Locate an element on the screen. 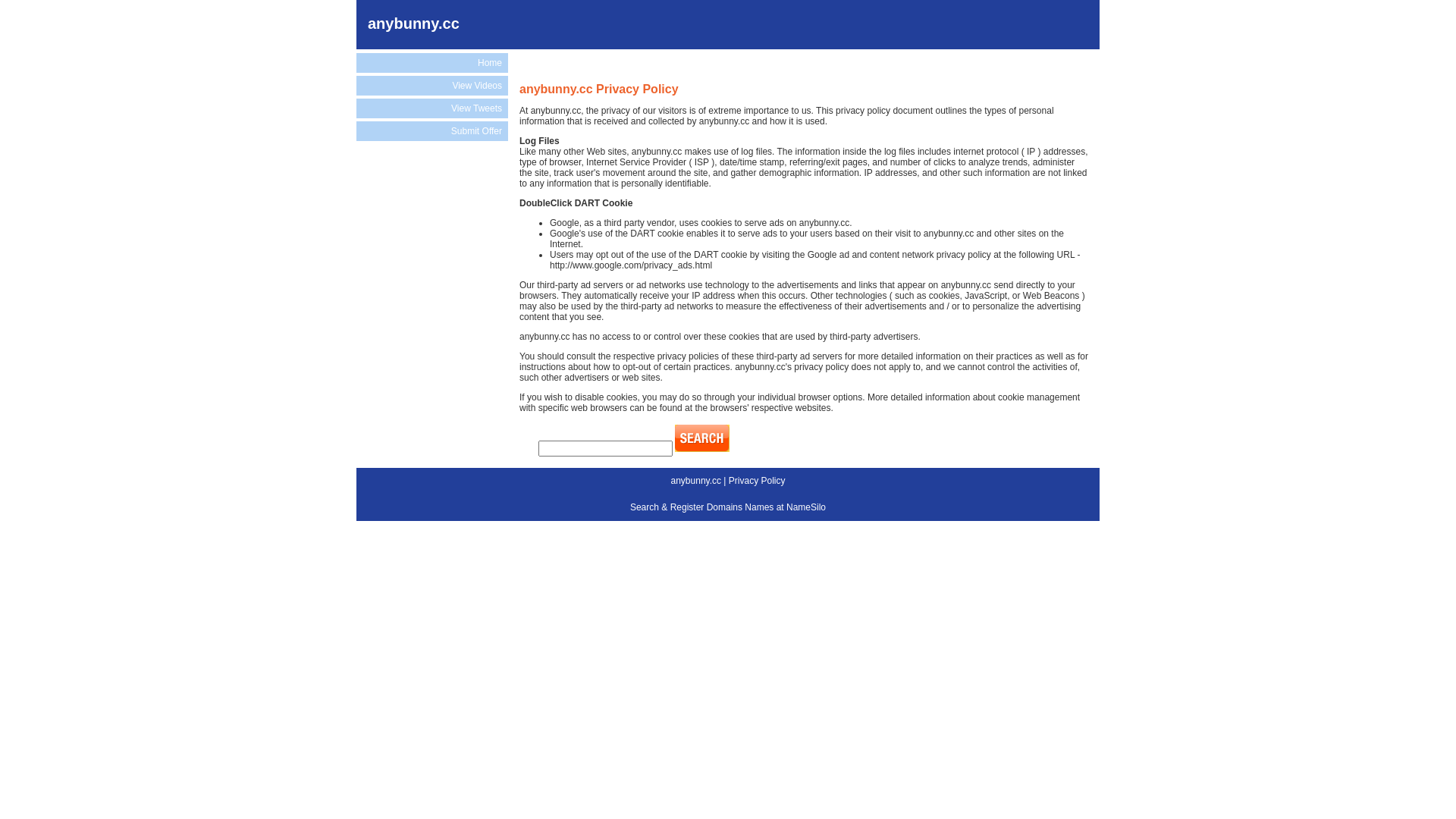 The width and height of the screenshot is (1456, 819). 'Home' is located at coordinates (356, 62).